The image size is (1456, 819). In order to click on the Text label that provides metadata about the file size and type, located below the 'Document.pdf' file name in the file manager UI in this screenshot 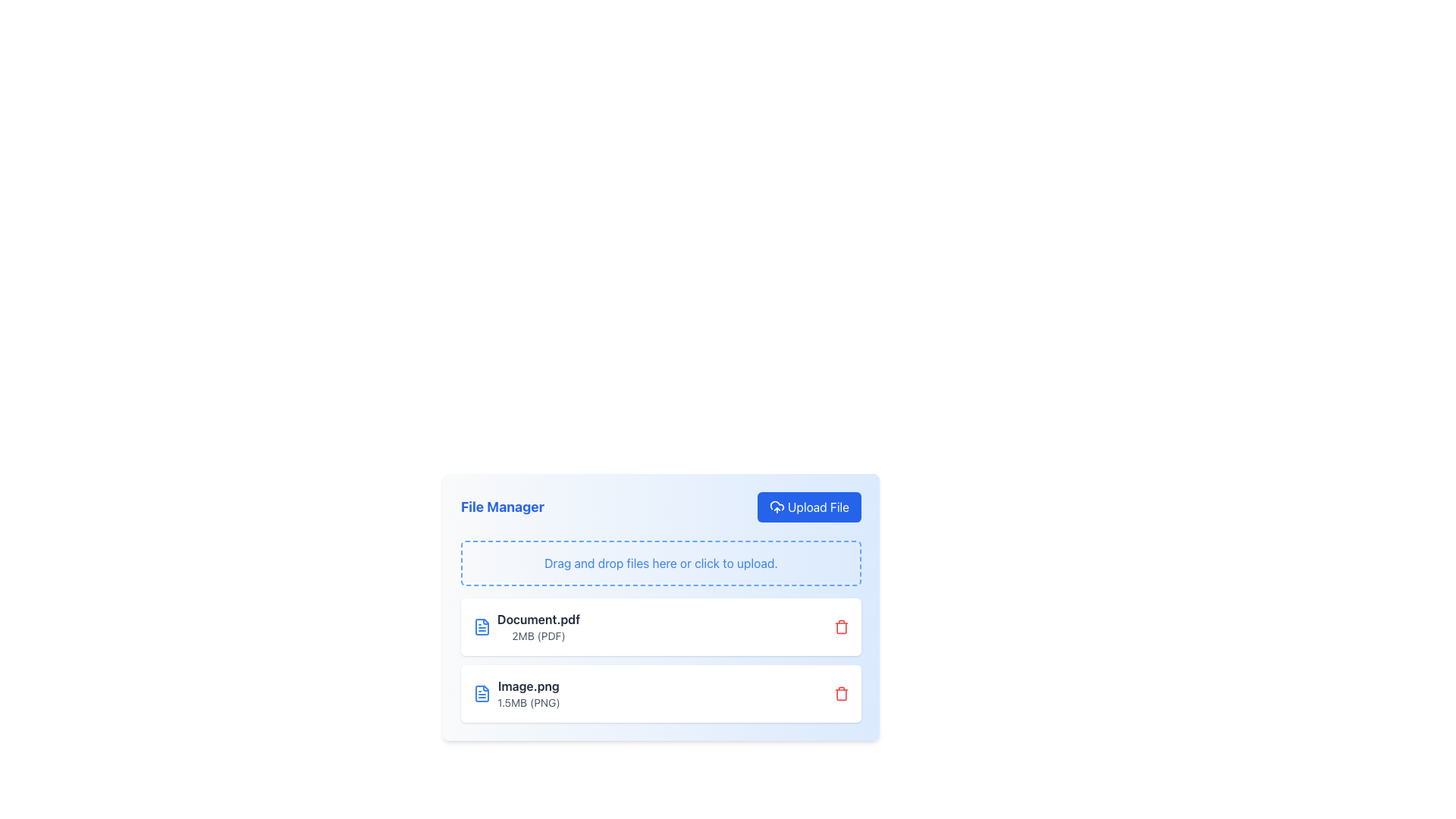, I will do `click(538, 636)`.